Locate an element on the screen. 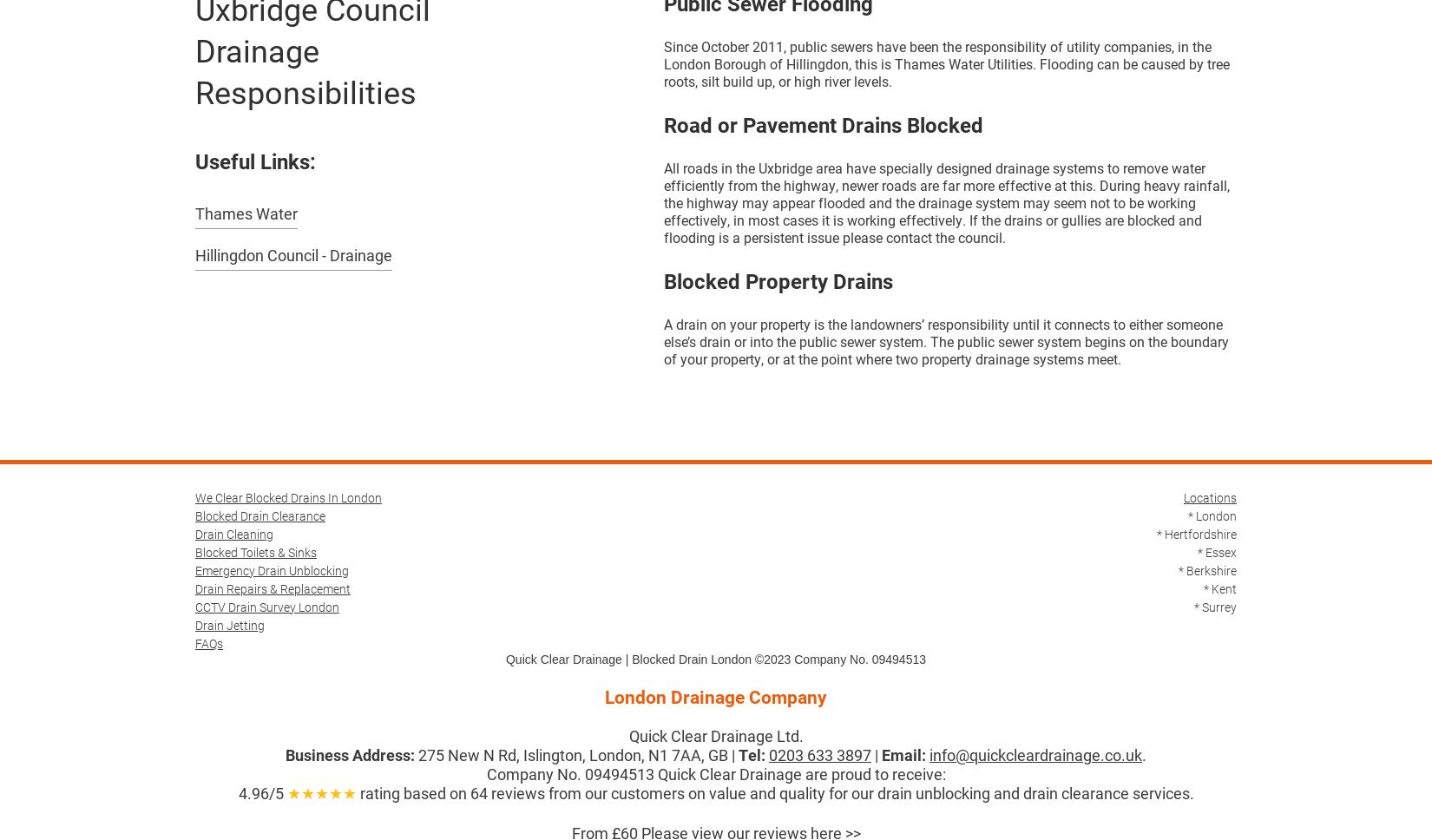  'Useful Links:' is located at coordinates (255, 160).